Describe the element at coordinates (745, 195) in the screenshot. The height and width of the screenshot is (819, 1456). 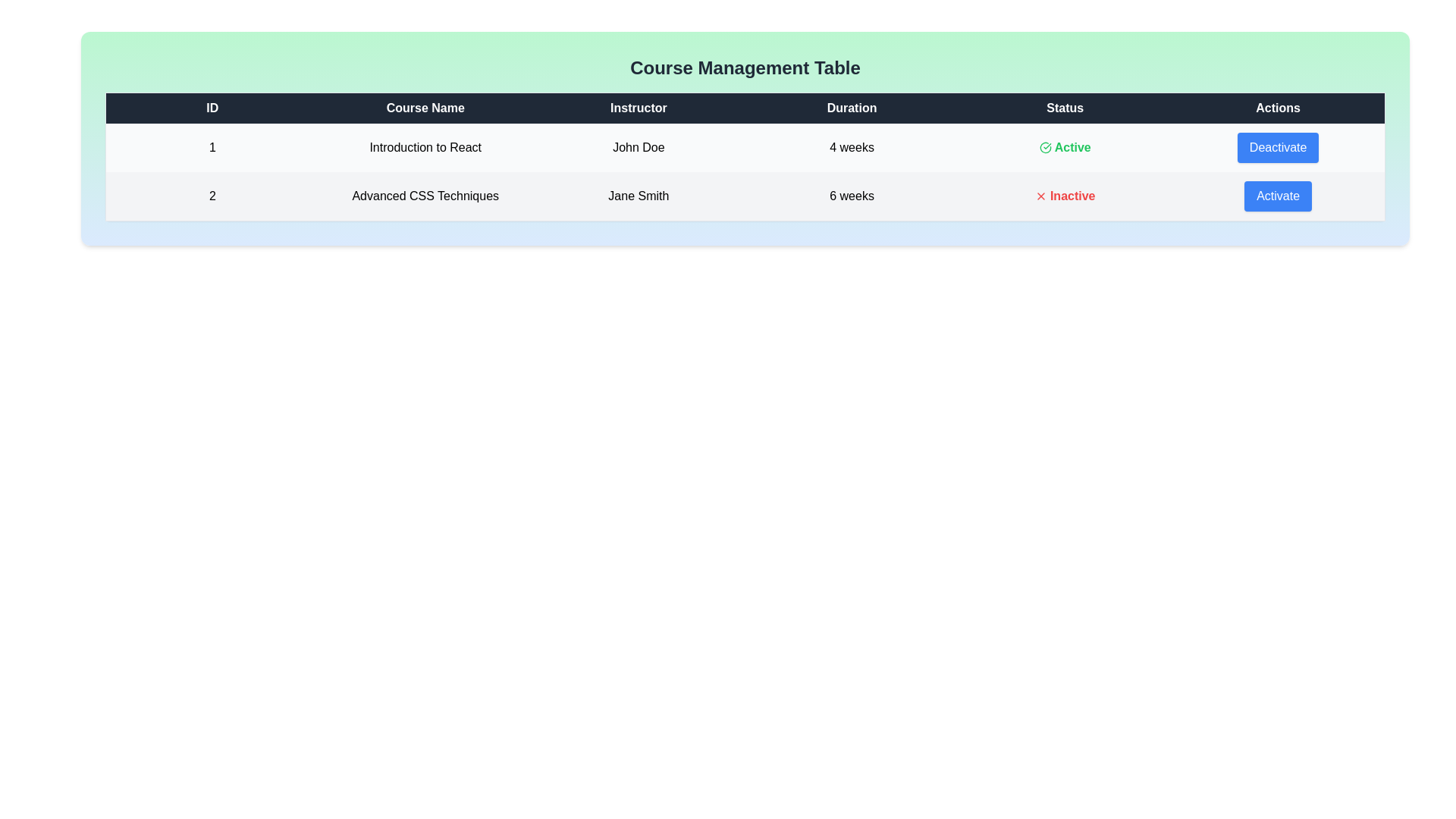
I see `the second row of the course details table, which contains 'ID' 2, 'Course Name' 'Advanced CSS Techniques', 'Instructor' 'Jane Smith', 'Duration' '6 weeks', 'Status' 'Inactive', and an 'Activate' button` at that location.